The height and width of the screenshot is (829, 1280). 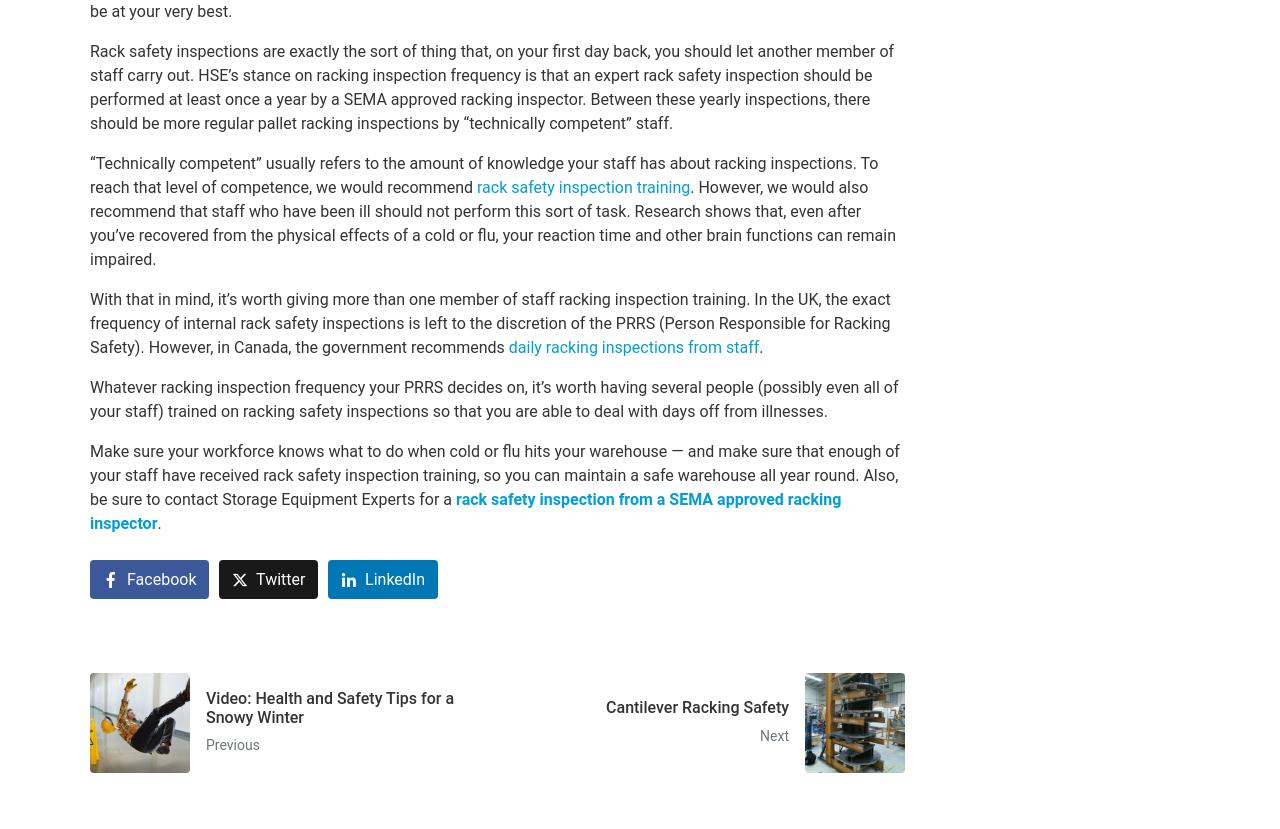 What do you see at coordinates (493, 399) in the screenshot?
I see `'Whatever racking inspection frequency your PRRS decides on, it’s worth having several people (possibly even all of your staff) trained on racking safety inspections so that you are able to deal with days off from illnesses.'` at bounding box center [493, 399].